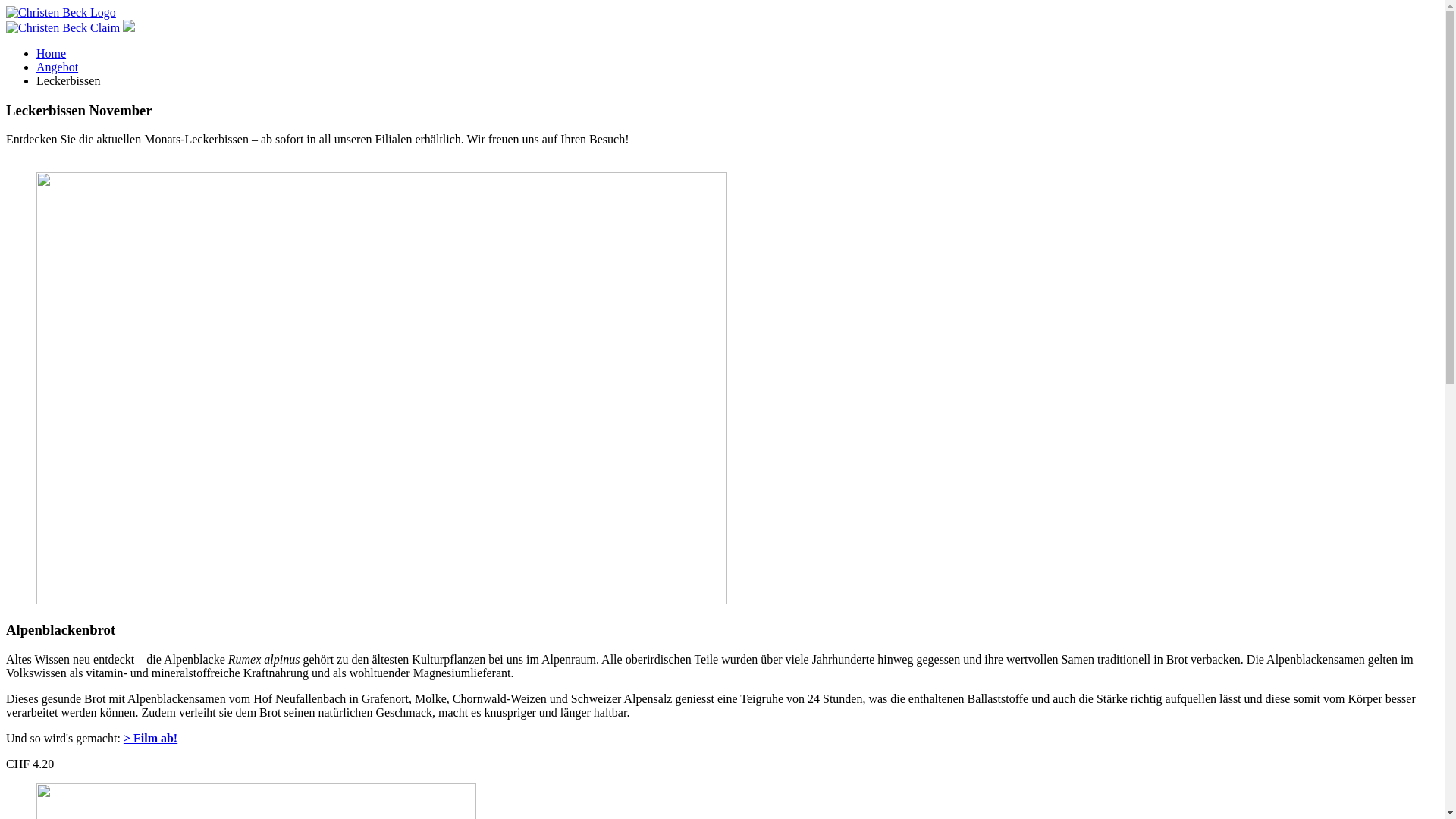 The width and height of the screenshot is (1456, 819). What do you see at coordinates (150, 737) in the screenshot?
I see `'> Film ab!'` at bounding box center [150, 737].